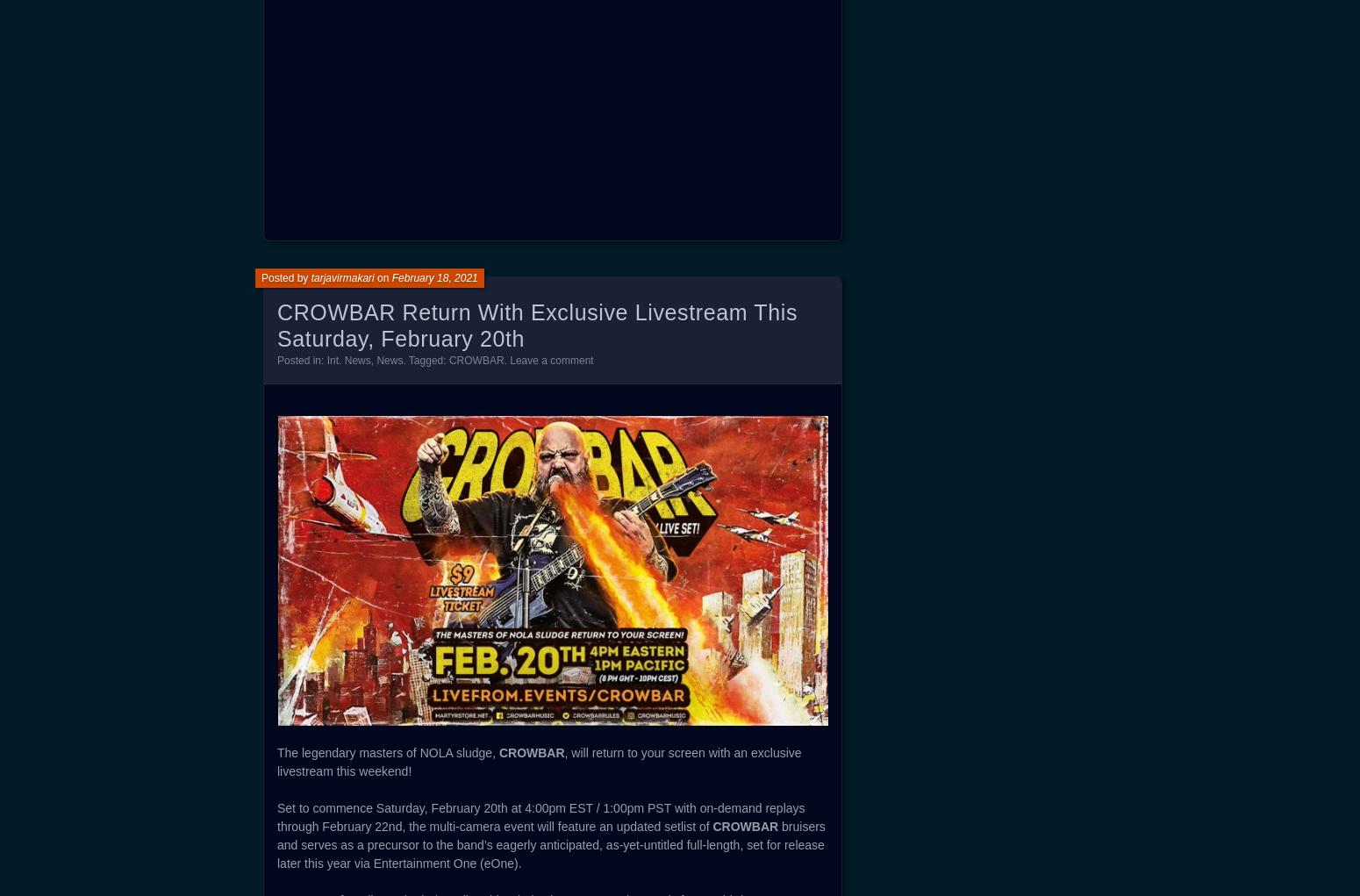  I want to click on '.', so click(506, 359).